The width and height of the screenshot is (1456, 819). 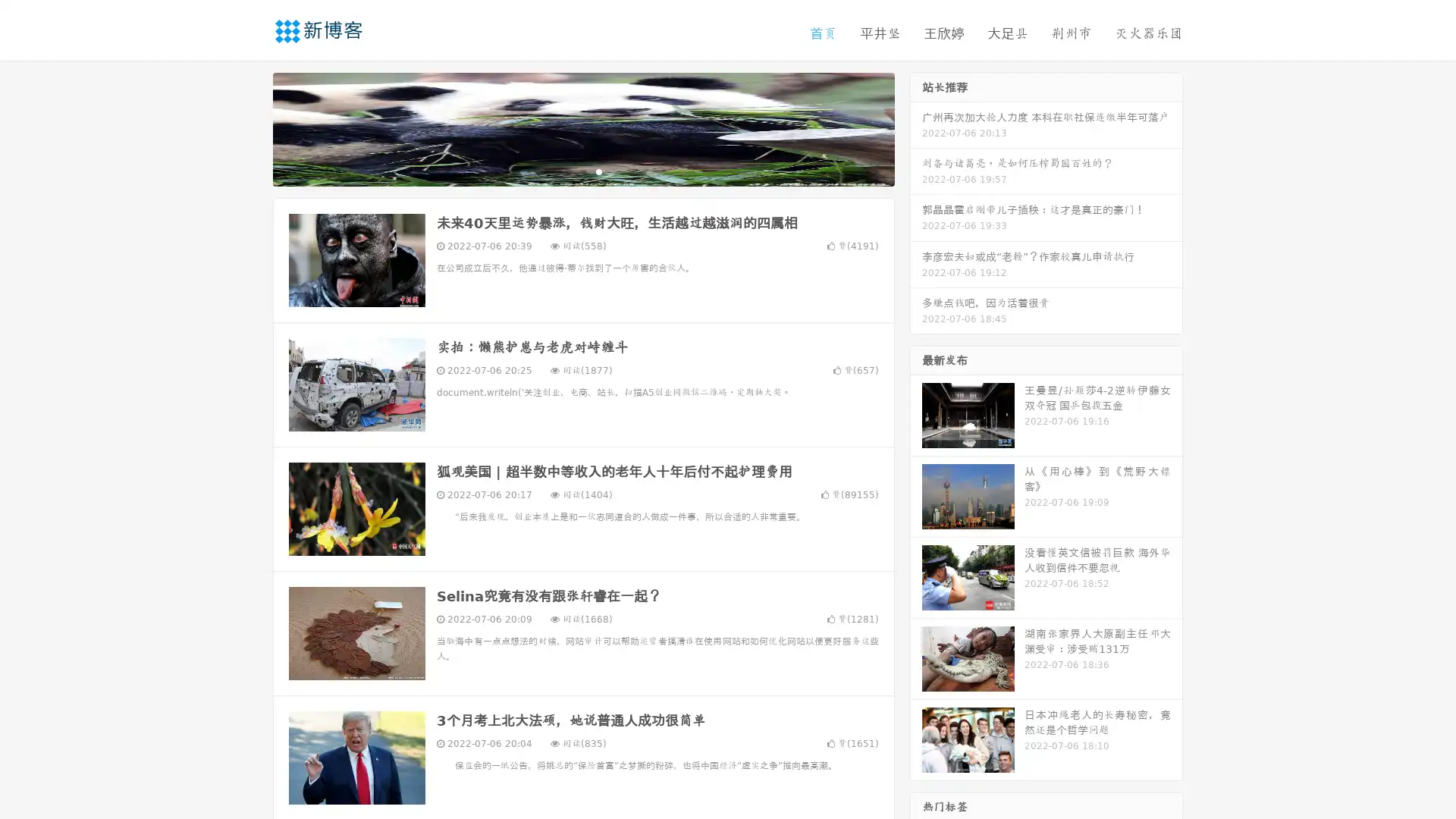 What do you see at coordinates (582, 171) in the screenshot?
I see `Go to slide 2` at bounding box center [582, 171].